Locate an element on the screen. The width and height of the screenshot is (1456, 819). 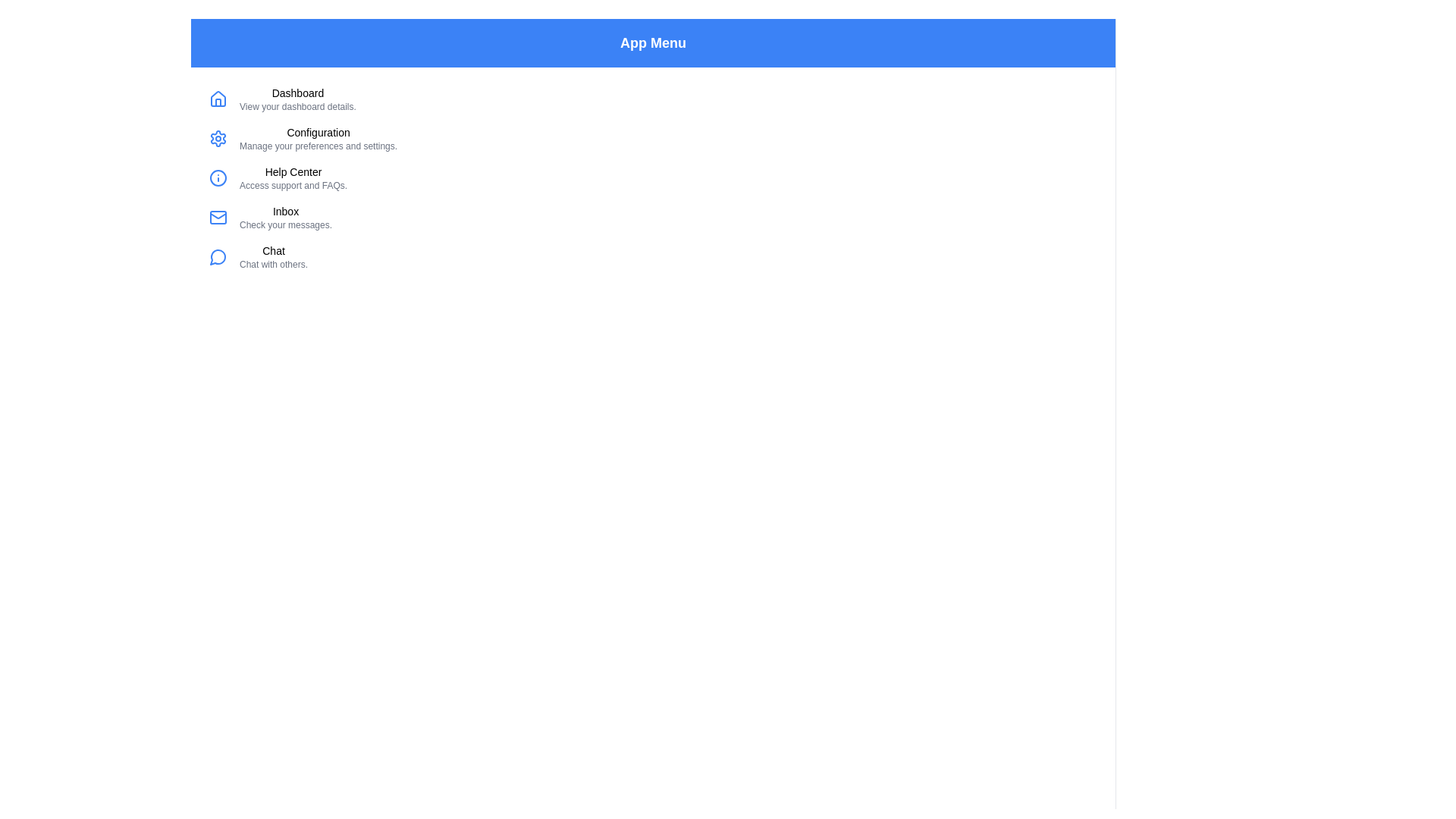
the text element reading 'View your dashboard details.' which is styled with a smaller font size and gray color, located directly beneath the 'Dashboard' title in the vertical navigation menu is located at coordinates (298, 106).